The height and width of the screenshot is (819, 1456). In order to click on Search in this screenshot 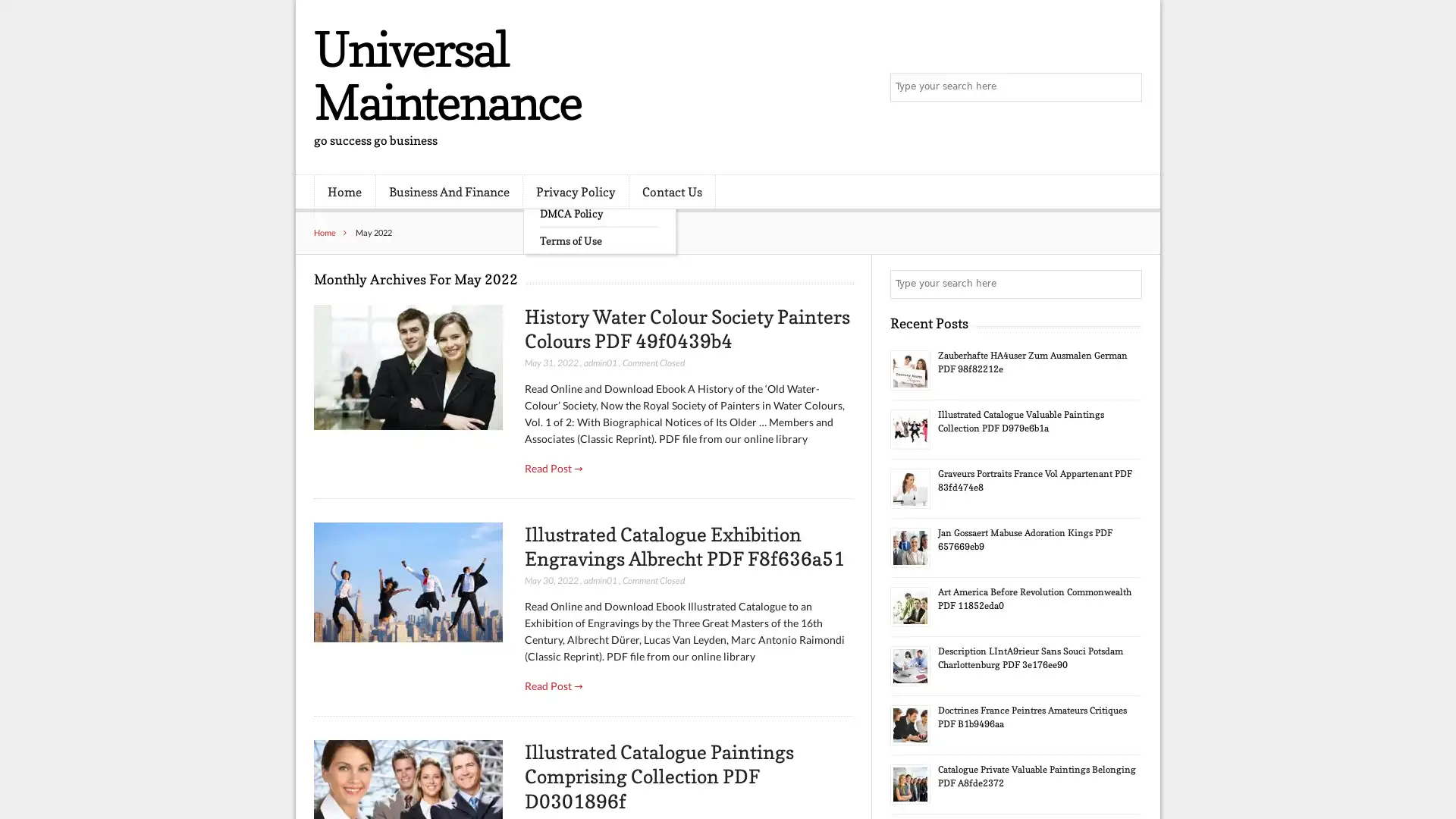, I will do `click(1126, 87)`.